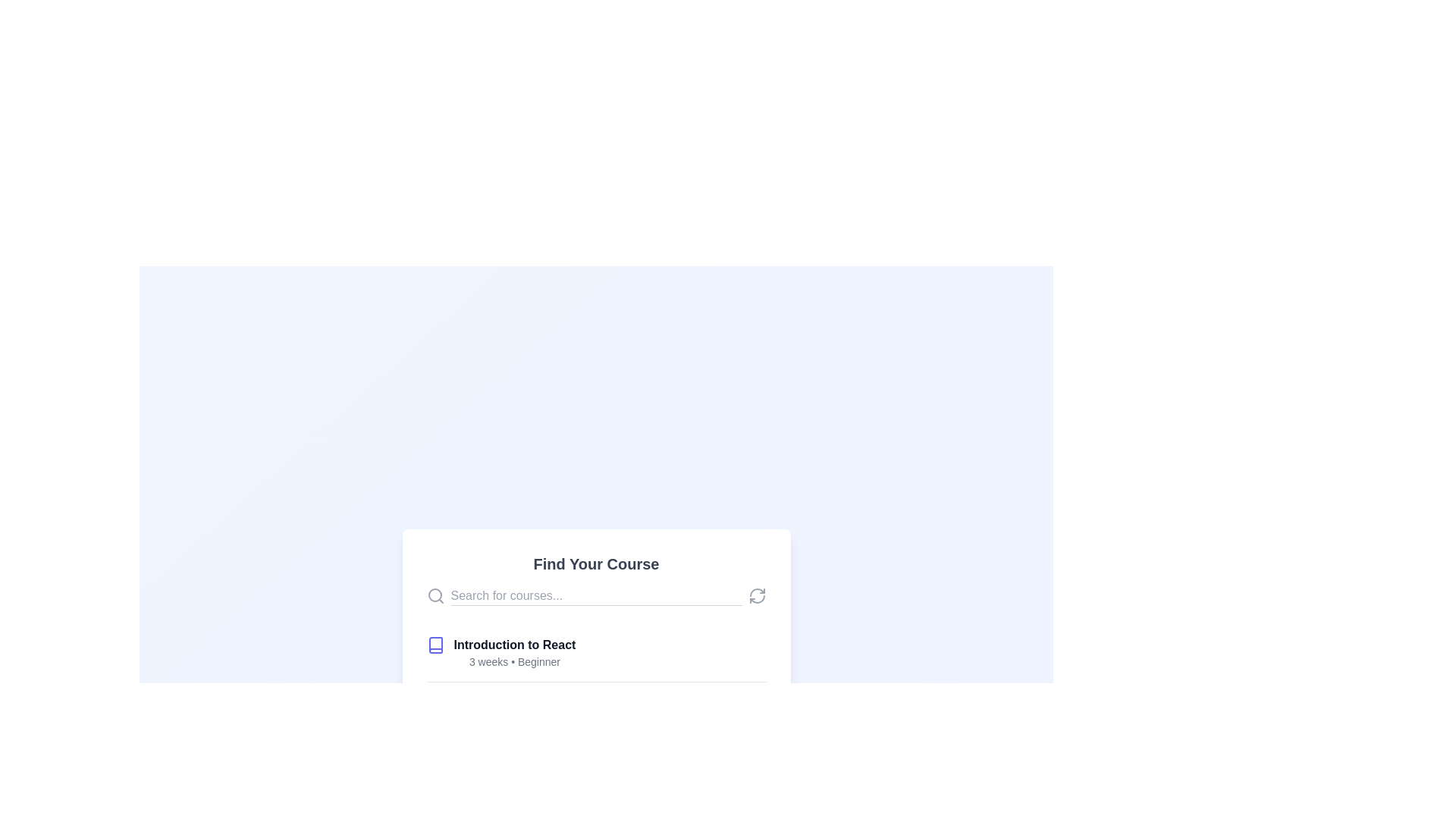  Describe the element at coordinates (514, 661) in the screenshot. I see `the text element displaying '3 weeks • Beginner', which is styled with a small gray font and positioned directly below the 'Introduction to React' header` at that location.